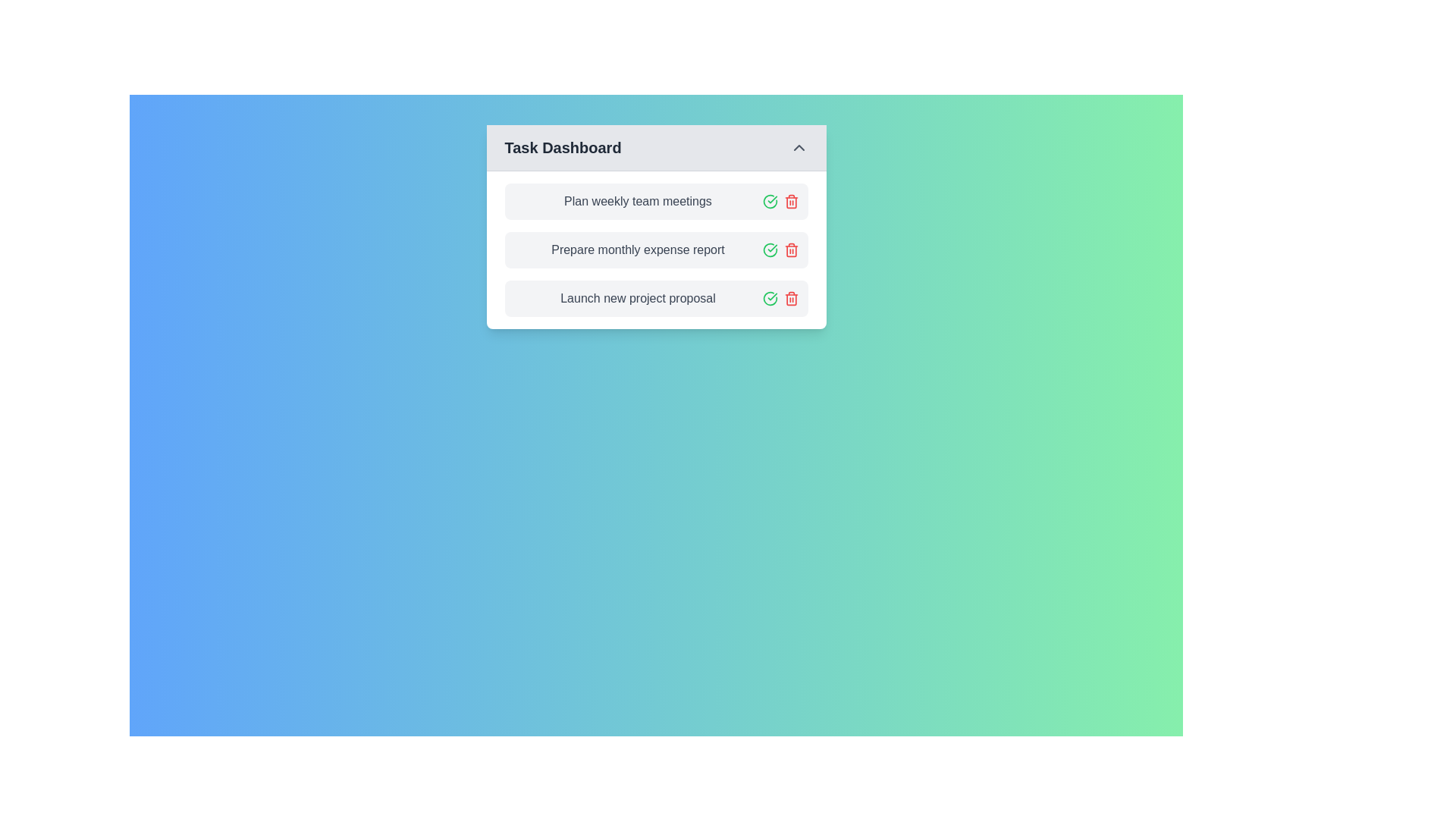 This screenshot has width=1456, height=819. What do you see at coordinates (790, 298) in the screenshot?
I see `the delete button icon for the task 'Launch new project proposal'` at bounding box center [790, 298].